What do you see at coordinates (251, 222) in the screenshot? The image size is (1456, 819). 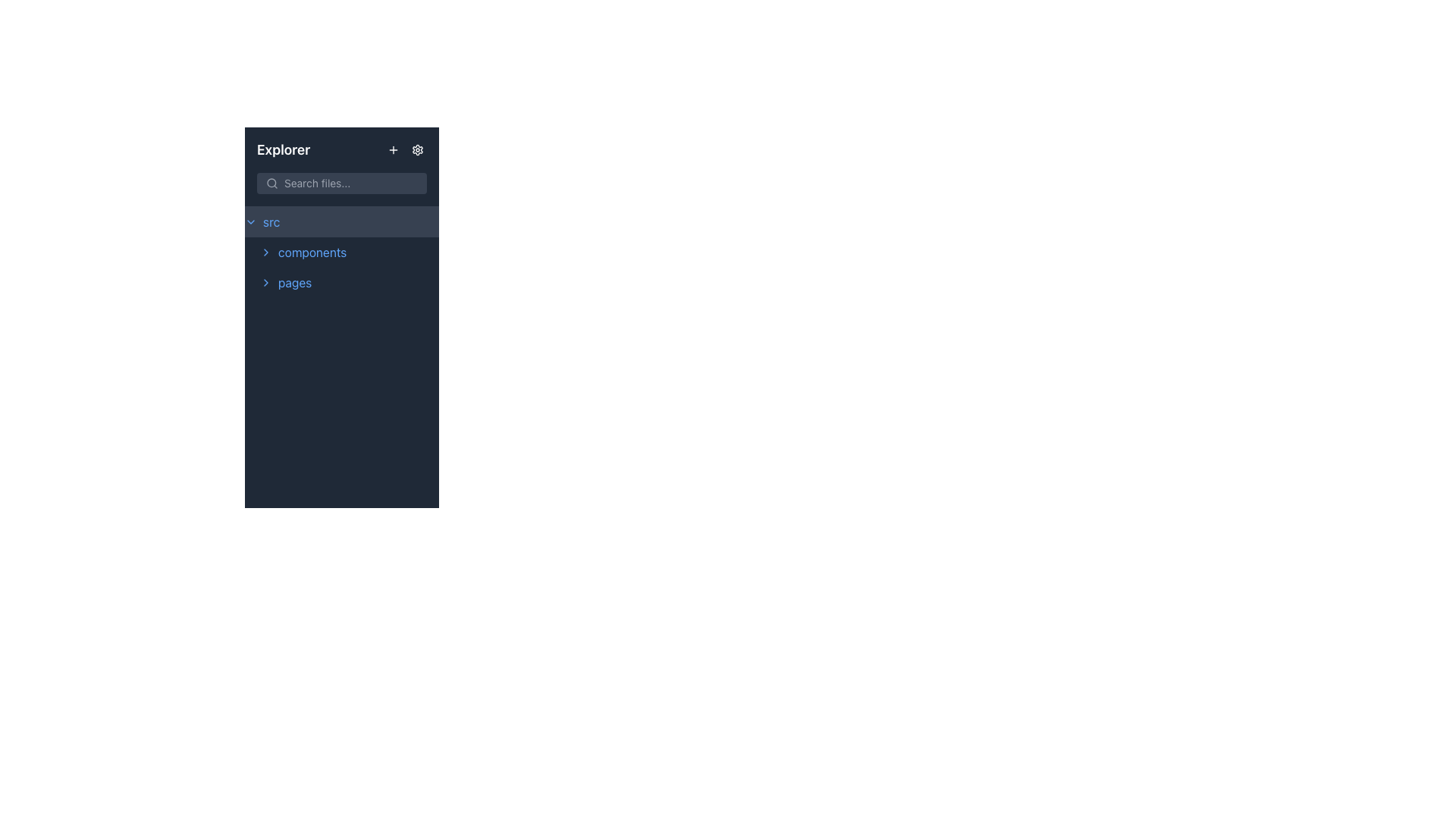 I see `the chevron-down icon located to the left of the 'src' label` at bounding box center [251, 222].